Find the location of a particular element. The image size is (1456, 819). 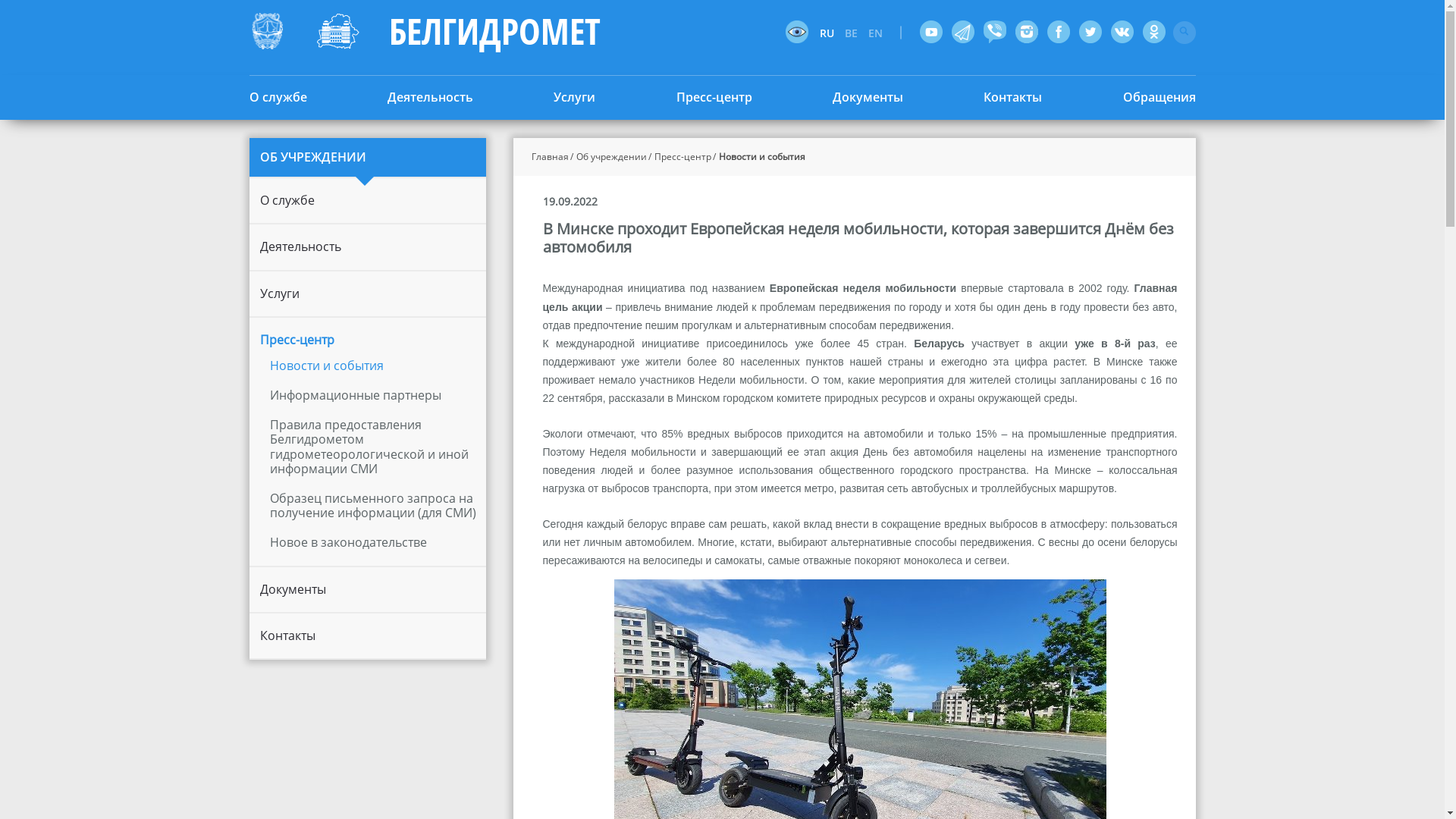

'BE' is located at coordinates (855, 33).